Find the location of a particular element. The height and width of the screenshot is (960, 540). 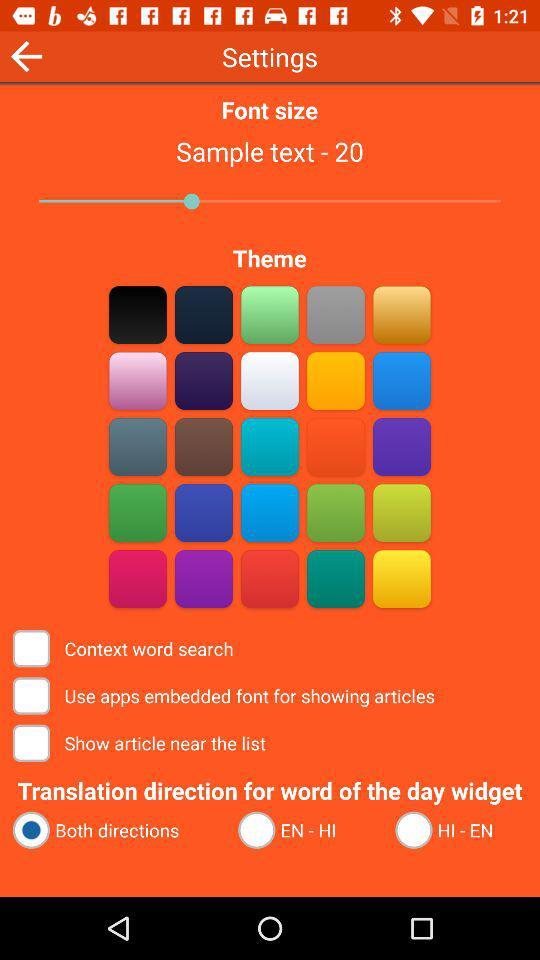

make purple the background color is located at coordinates (401, 446).